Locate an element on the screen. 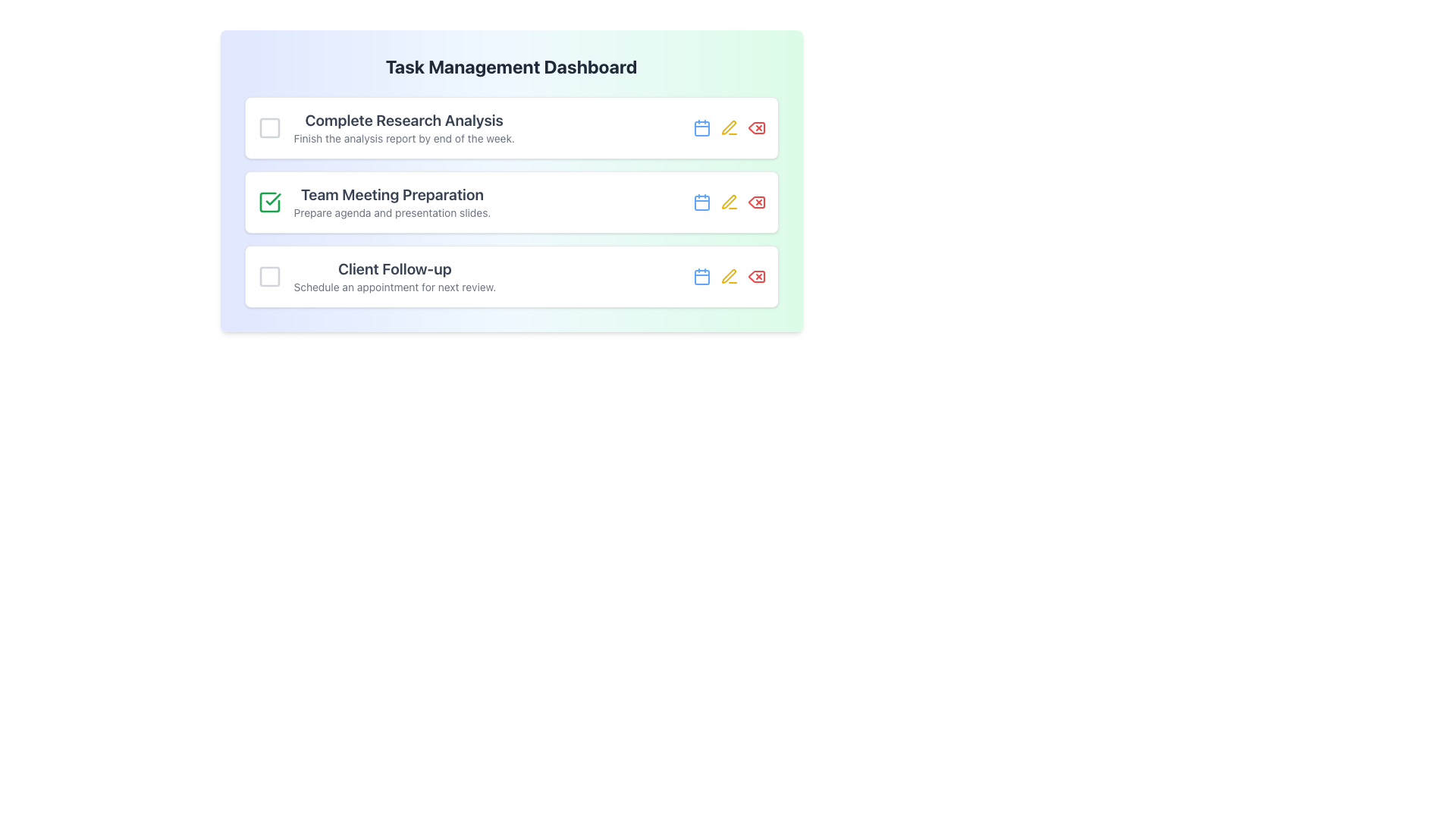 Image resolution: width=1456 pixels, height=819 pixels. the graphical rectangle within the SVG calendar icon located in the top-right corner of the 'Complete Research Analysis' task row is located at coordinates (701, 127).